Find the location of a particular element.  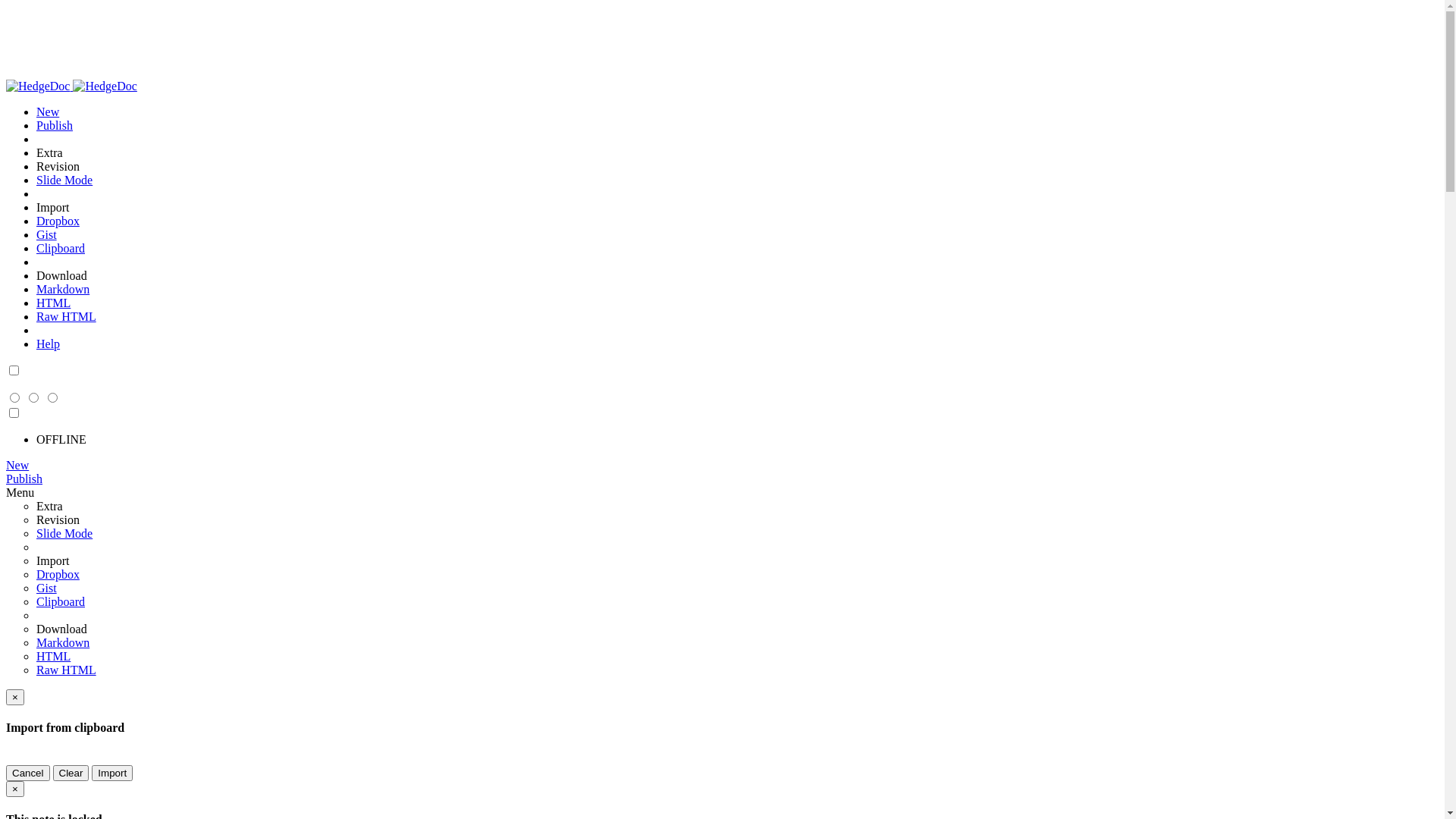

'Publish' is located at coordinates (6, 479).